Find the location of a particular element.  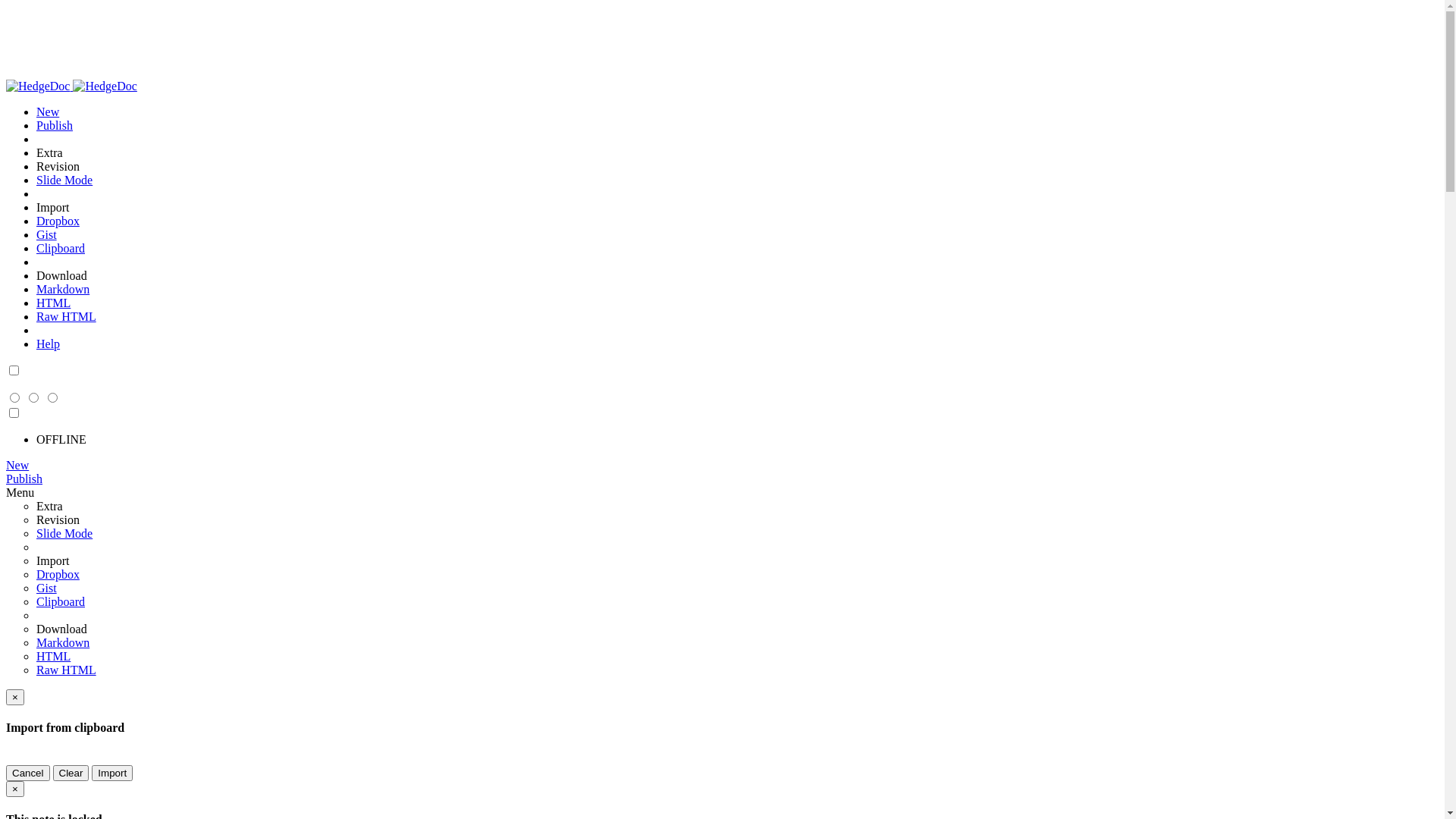

'Publish' is located at coordinates (6, 479).